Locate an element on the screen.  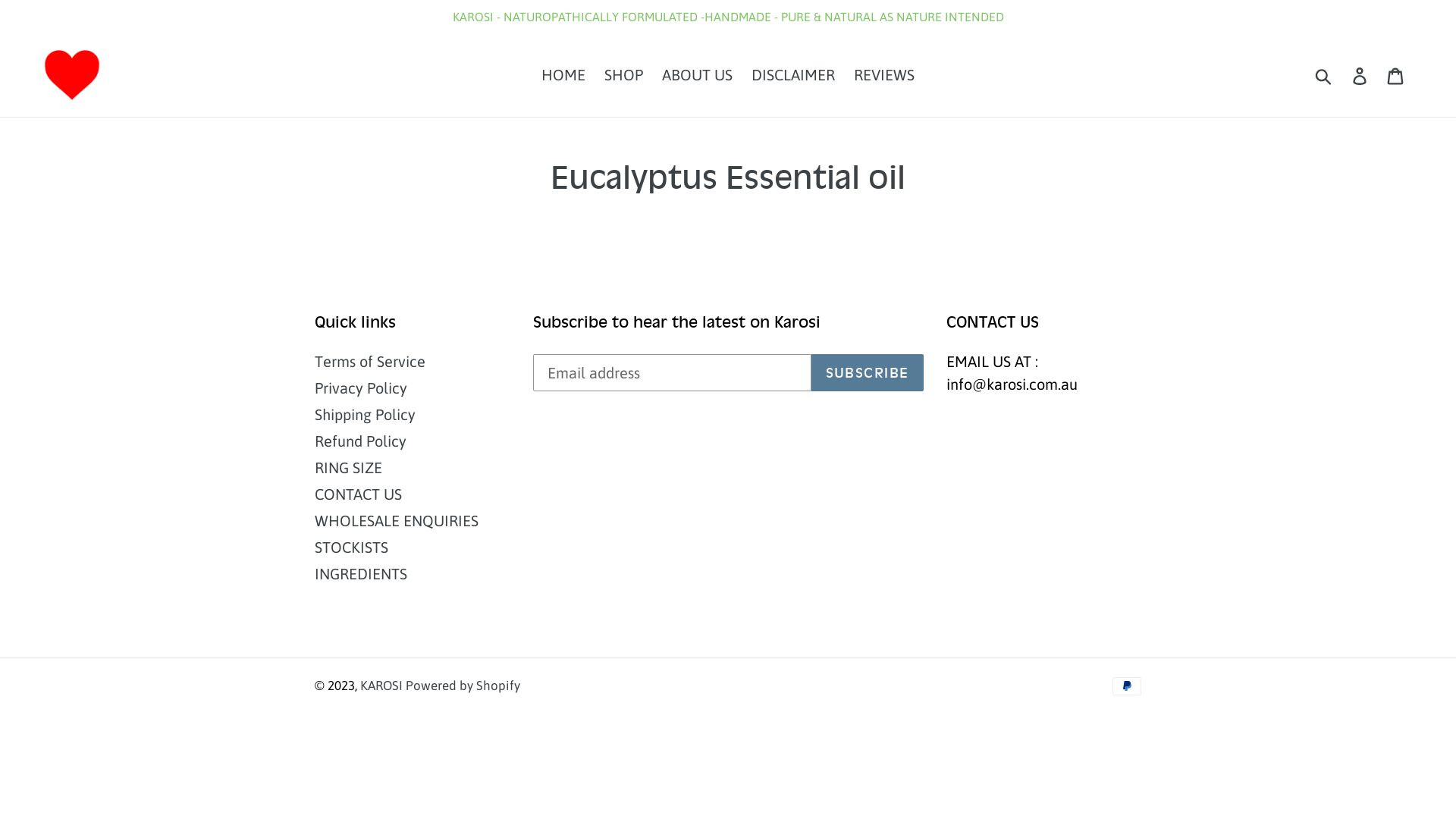
'Terms of Service' is located at coordinates (370, 361).